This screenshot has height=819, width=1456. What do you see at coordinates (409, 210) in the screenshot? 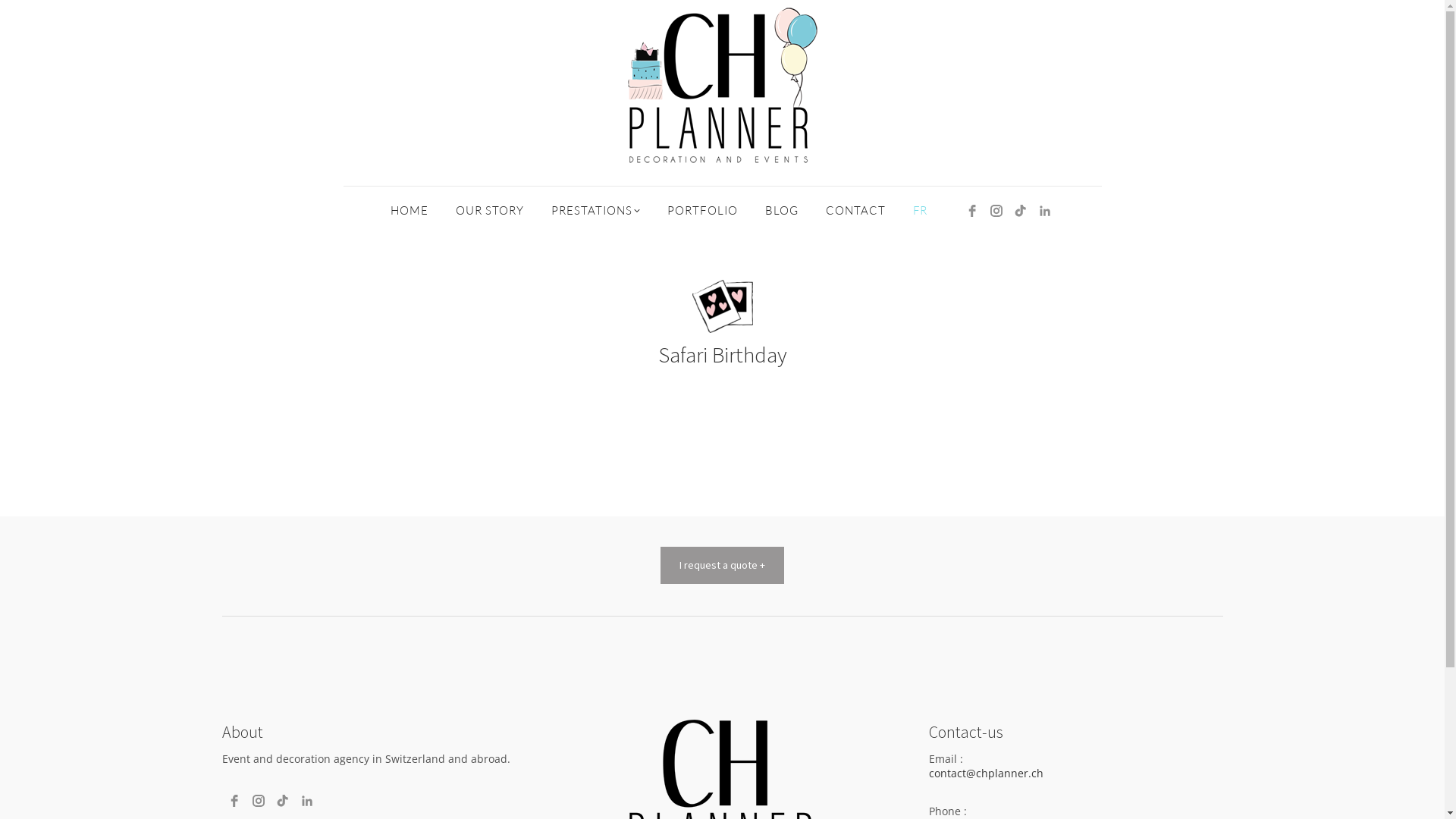
I see `'HOME'` at bounding box center [409, 210].